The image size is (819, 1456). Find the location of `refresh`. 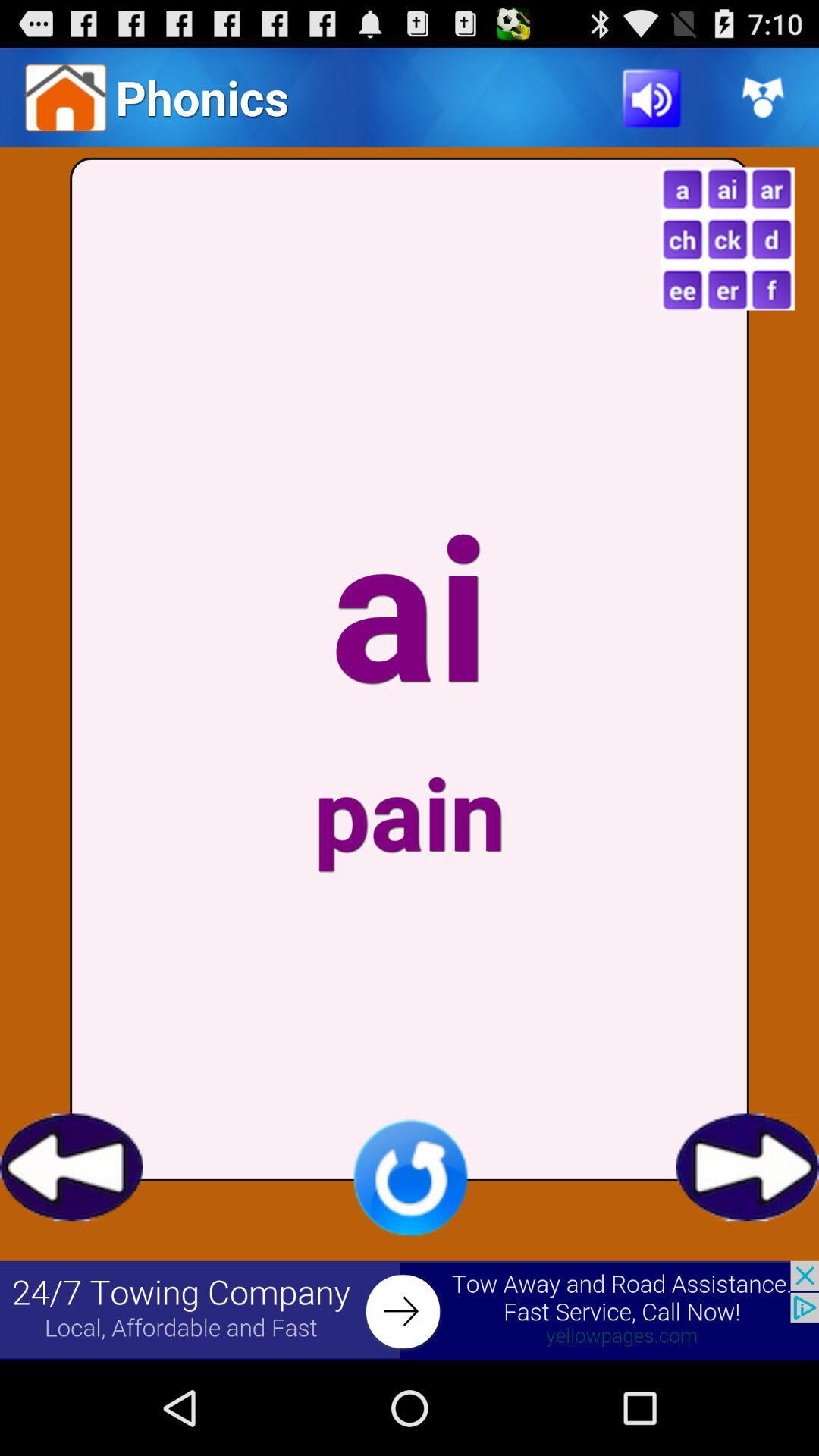

refresh is located at coordinates (409, 1176).